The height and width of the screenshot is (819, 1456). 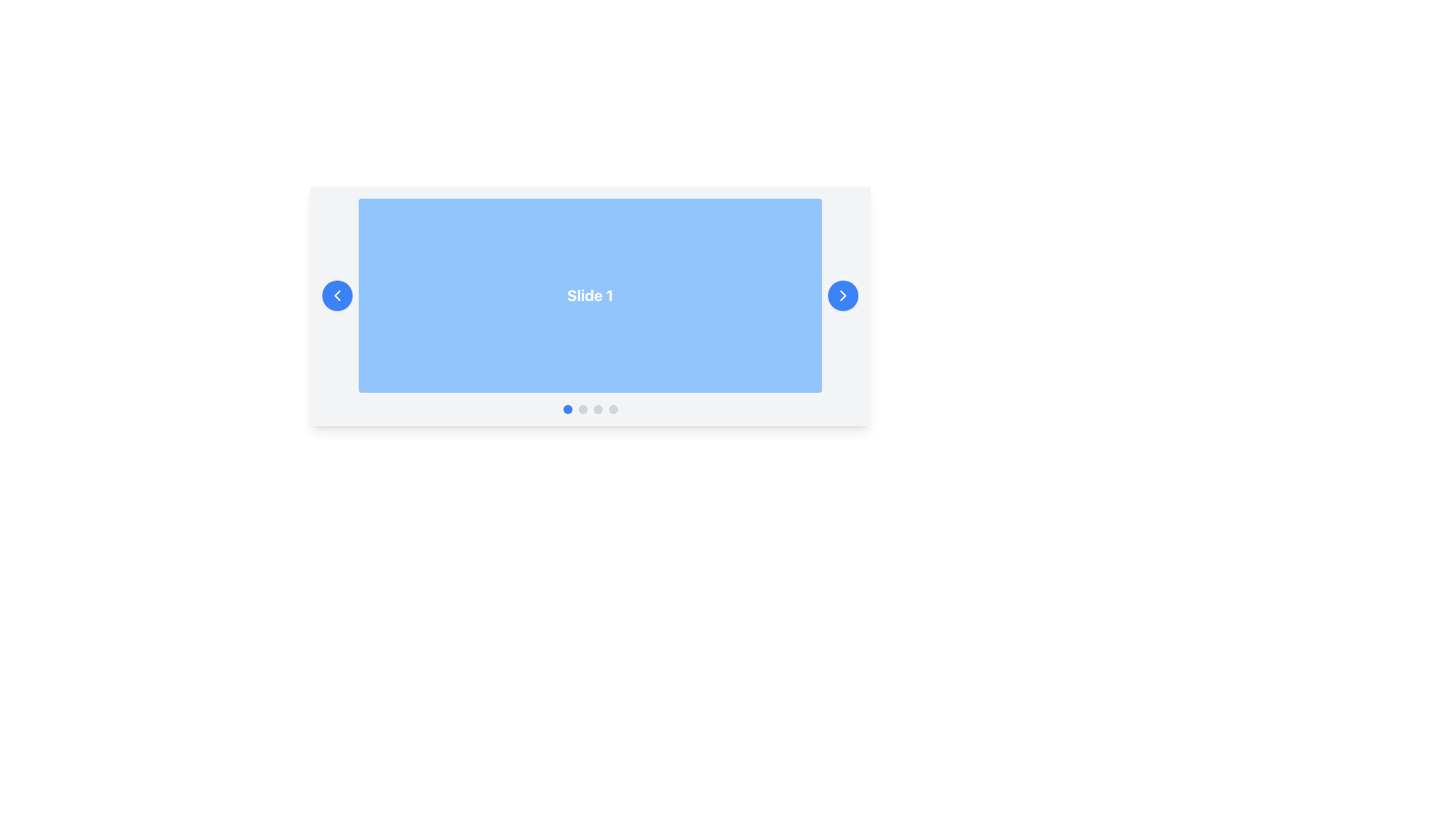 I want to click on the second circular indicator with a light gray fill located below the blue area labeled 'Slide 1', so click(x=582, y=409).